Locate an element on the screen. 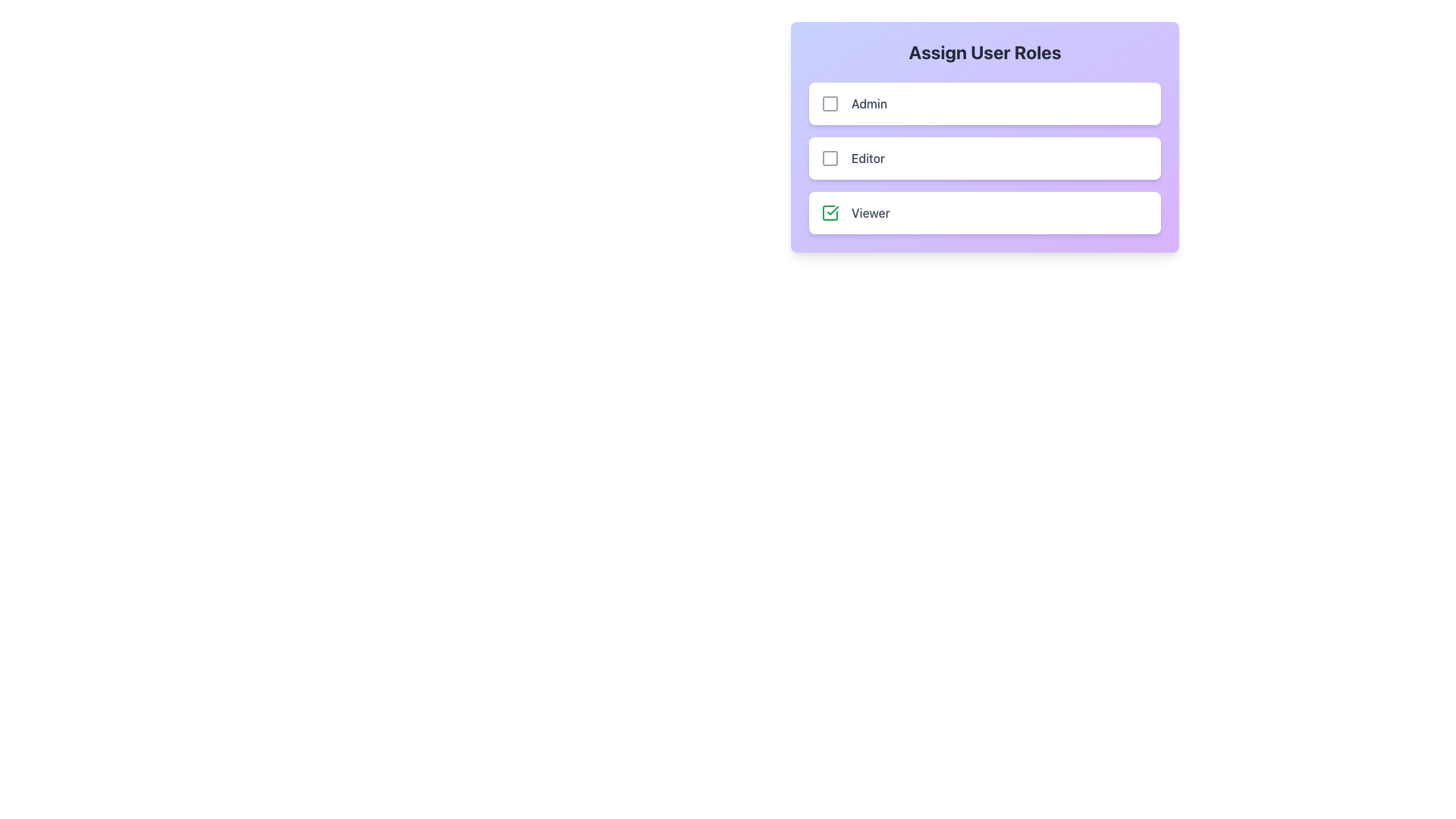 The image size is (1456, 819). the 'Editor' role option in the 'Assign User Roles' panel is located at coordinates (852, 158).